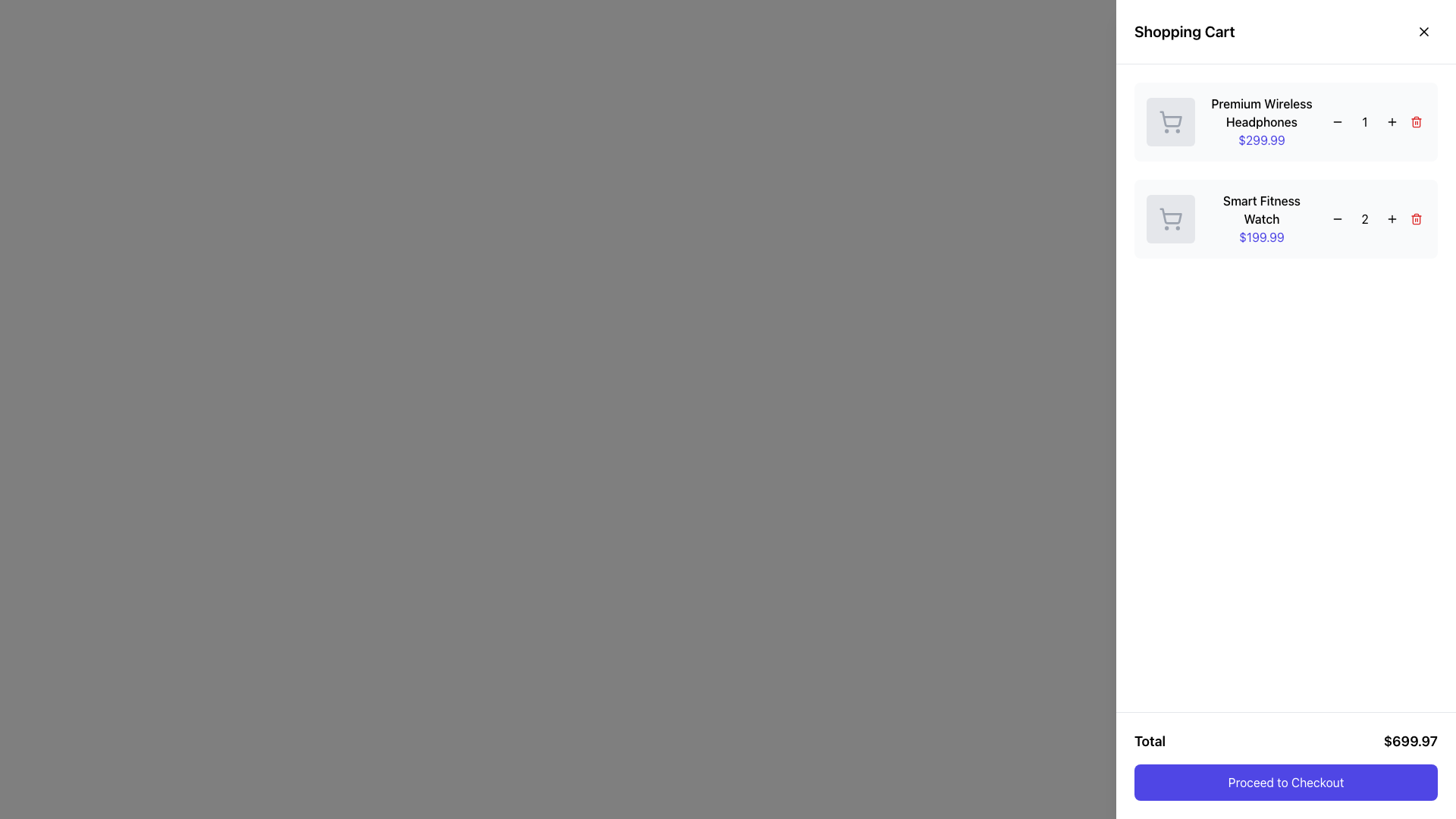 The image size is (1456, 819). Describe the element at coordinates (1427, 27) in the screenshot. I see `the close button located in the top-right corner of the shopping cart overlay, adjacent to the title 'Shopping Cart'` at that location.